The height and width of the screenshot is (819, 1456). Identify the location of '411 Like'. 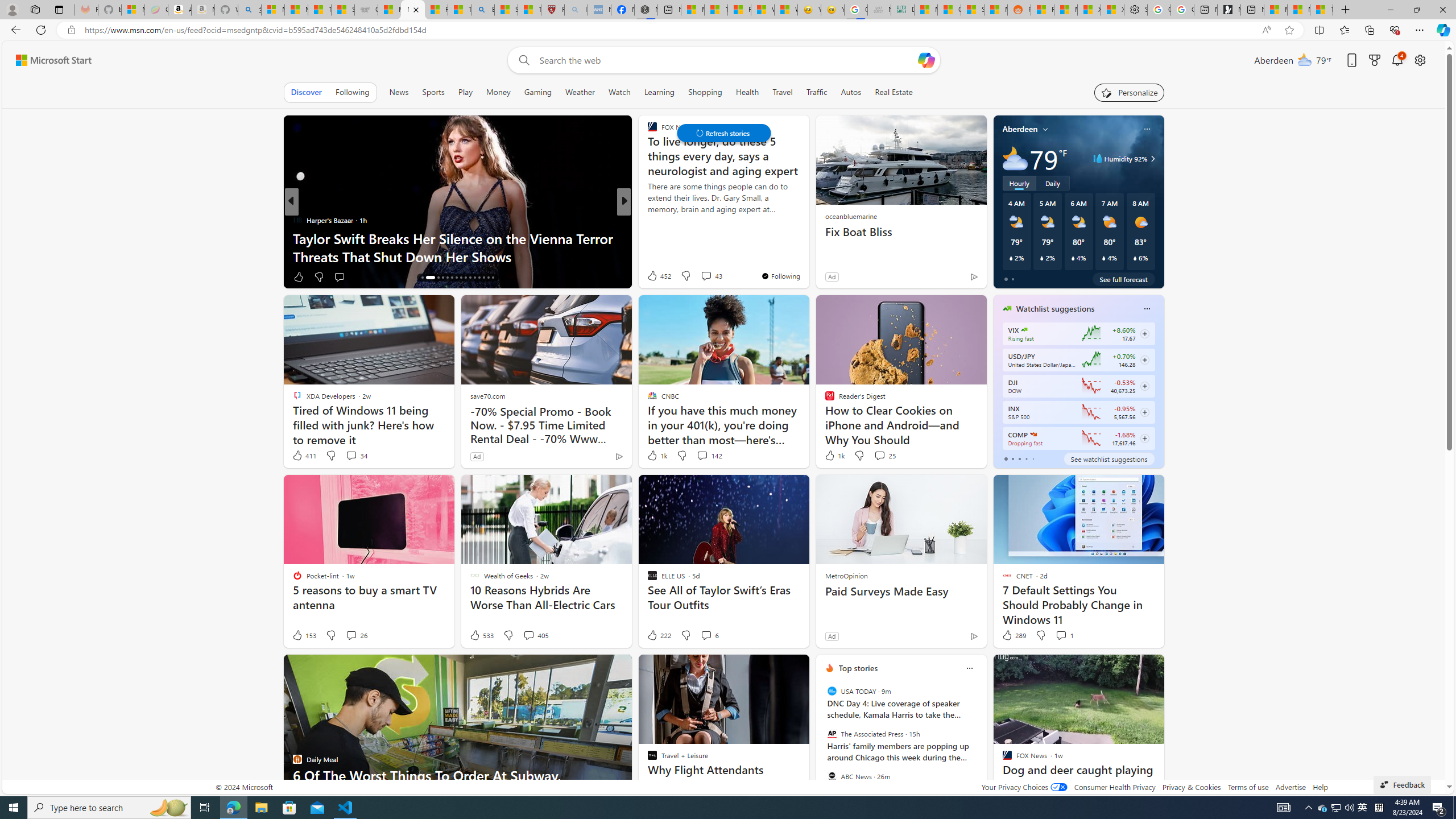
(303, 455).